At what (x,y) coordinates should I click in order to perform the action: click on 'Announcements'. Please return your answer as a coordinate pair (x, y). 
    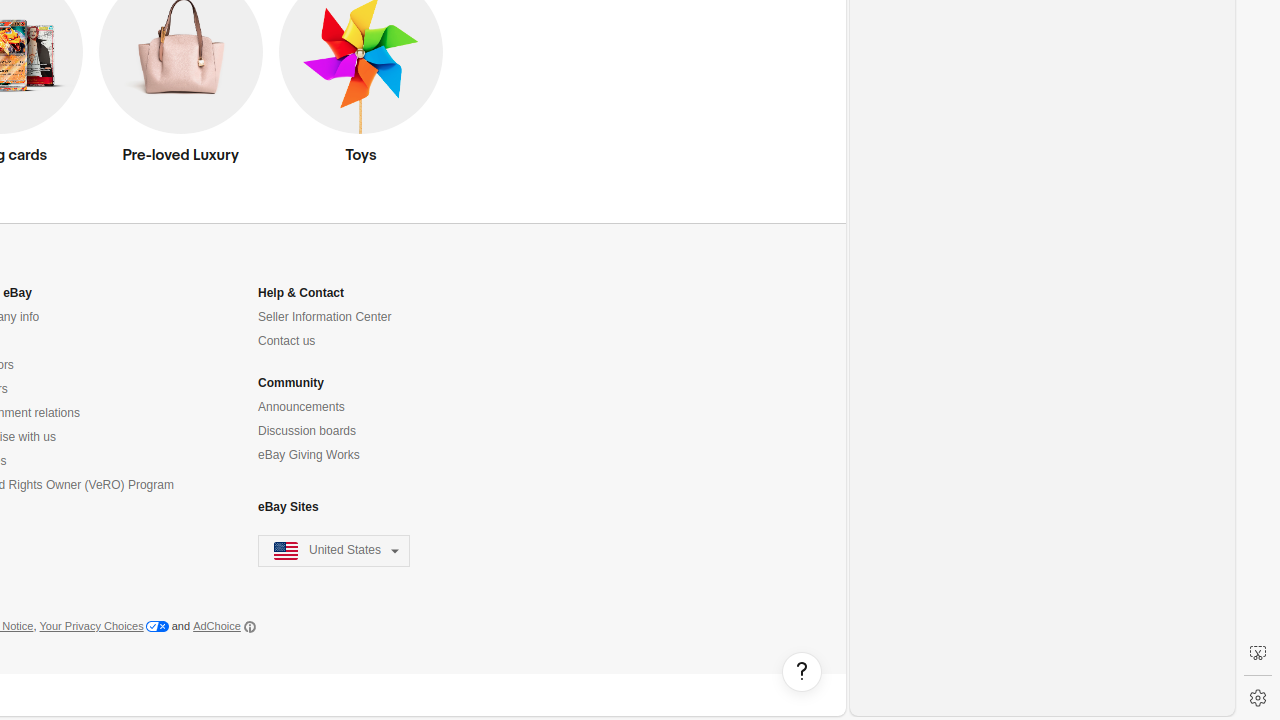
    Looking at the image, I should click on (300, 406).